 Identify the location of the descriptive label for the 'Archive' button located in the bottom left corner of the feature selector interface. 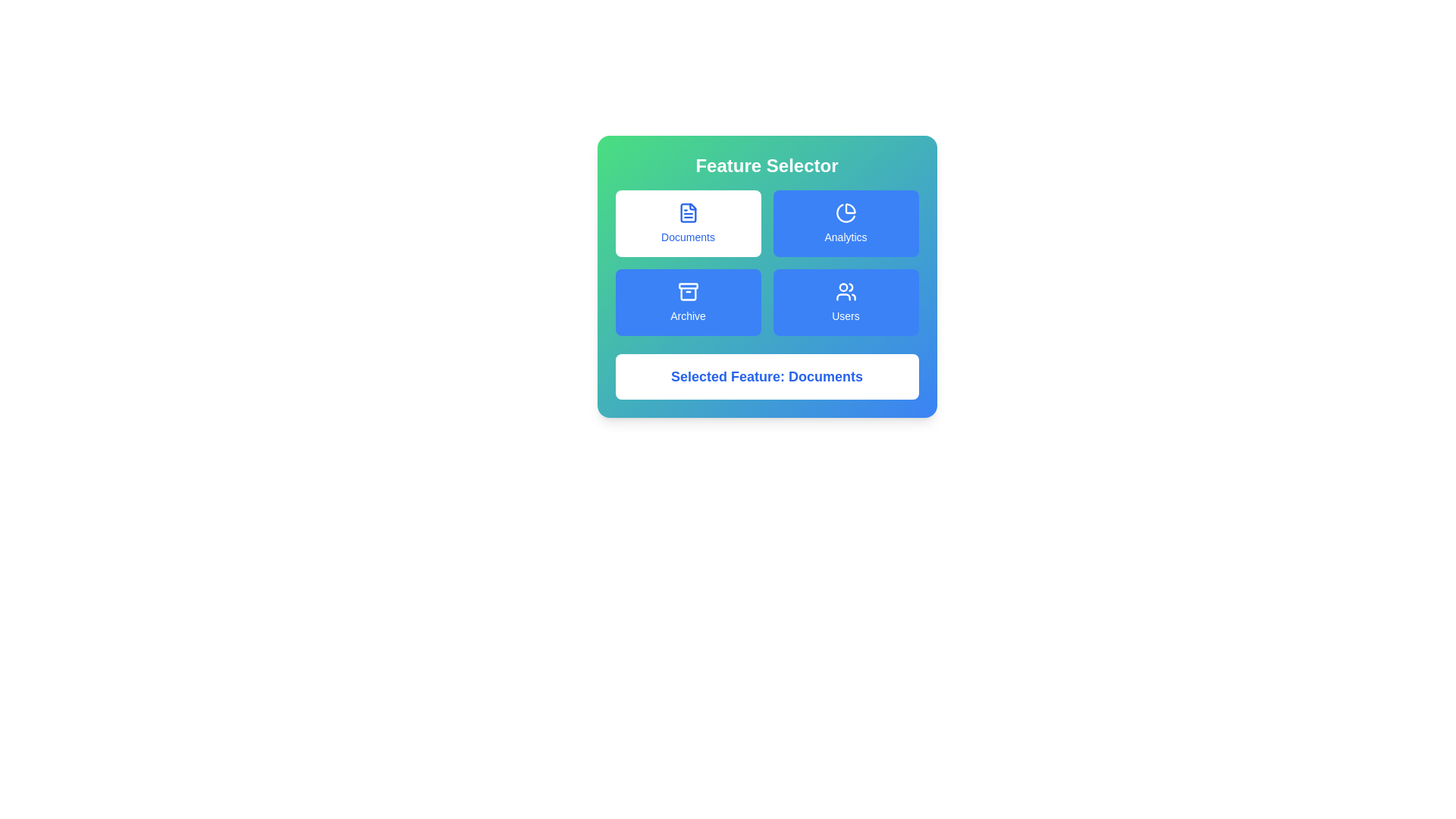
(687, 315).